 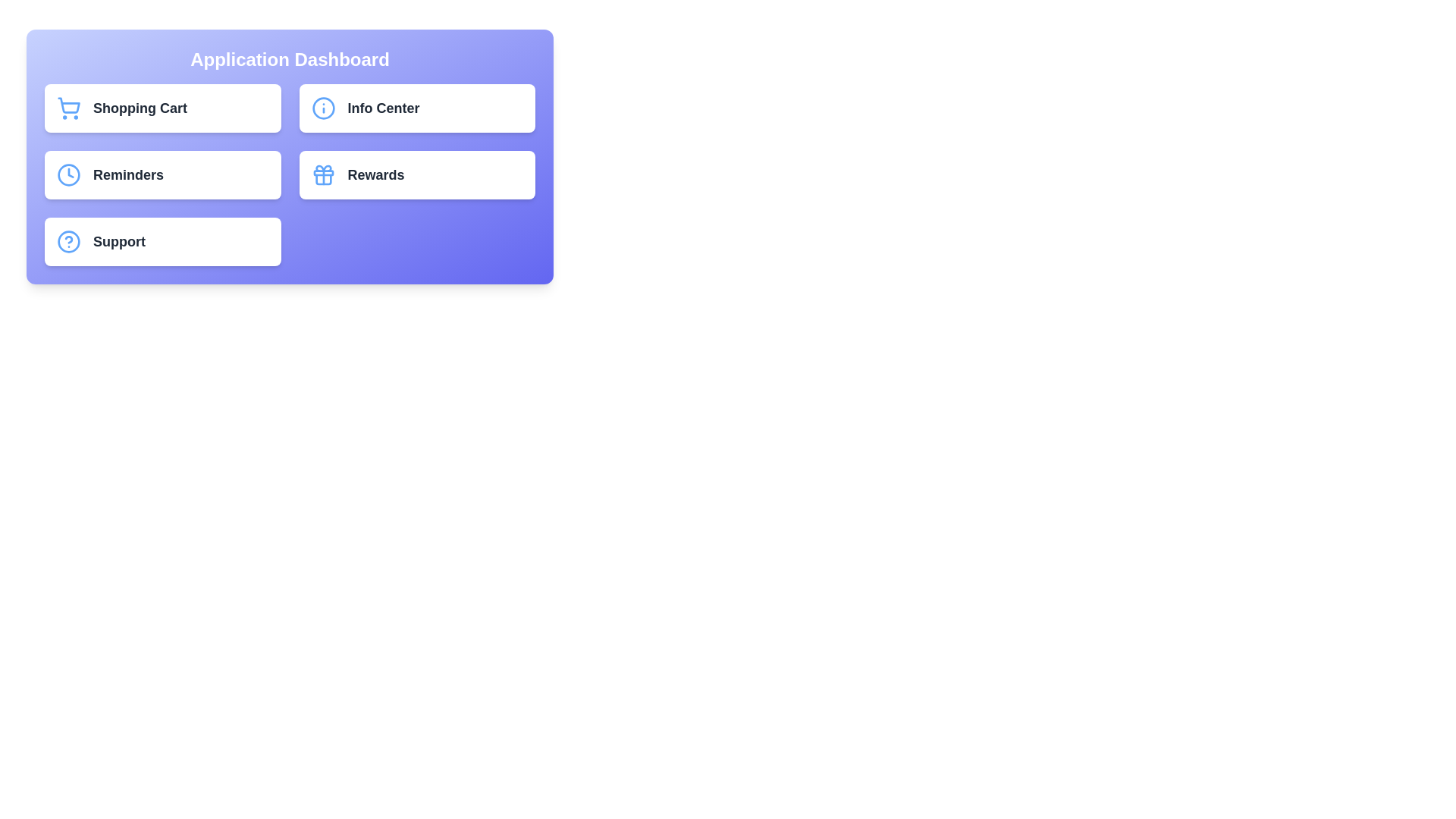 I want to click on the 'Info Center' text label, which is displayed in a large, bold font on the right side of the dashboard, within the second card from the top in the right column, so click(x=383, y=107).